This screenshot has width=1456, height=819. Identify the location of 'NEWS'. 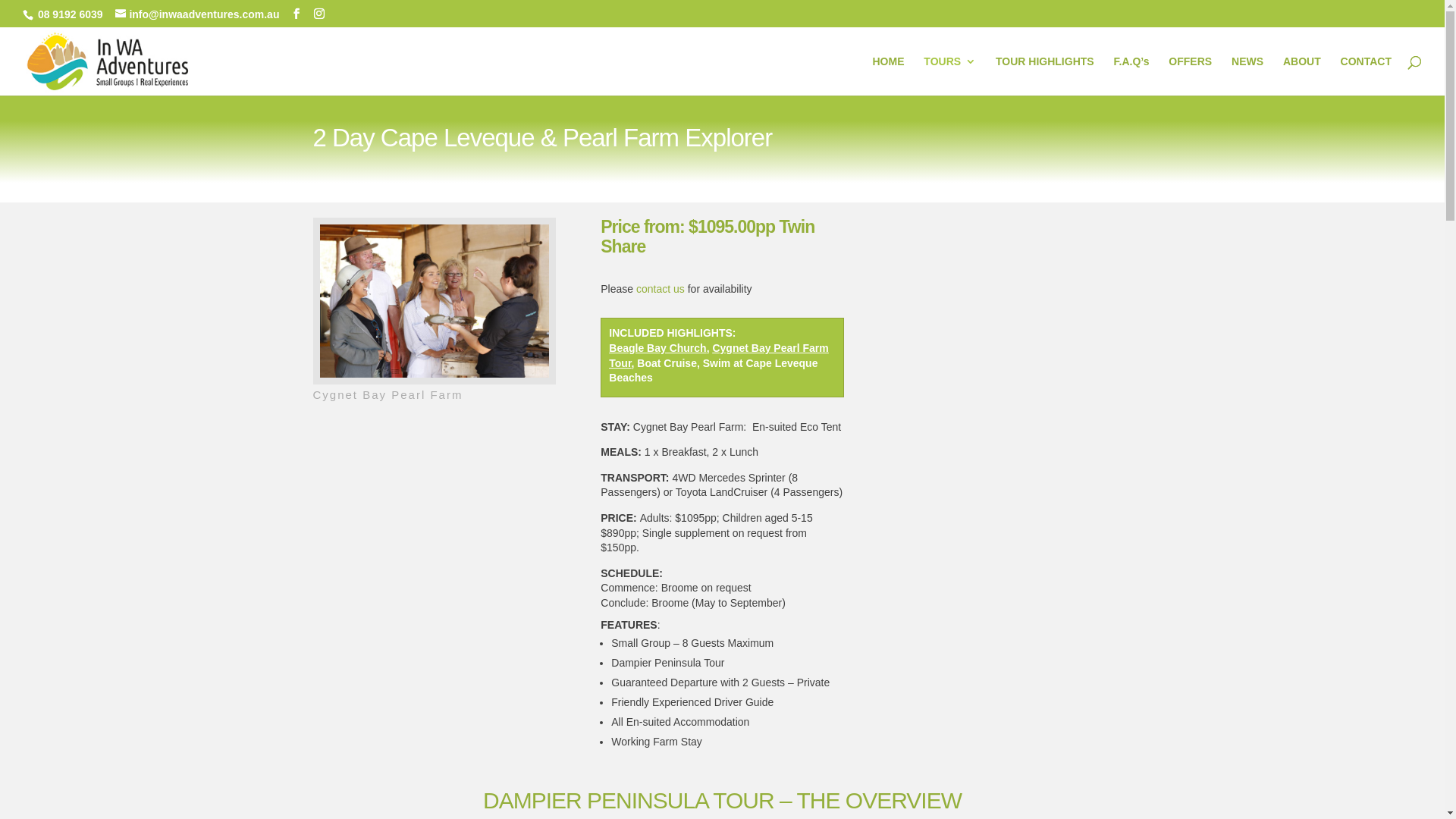
(1247, 76).